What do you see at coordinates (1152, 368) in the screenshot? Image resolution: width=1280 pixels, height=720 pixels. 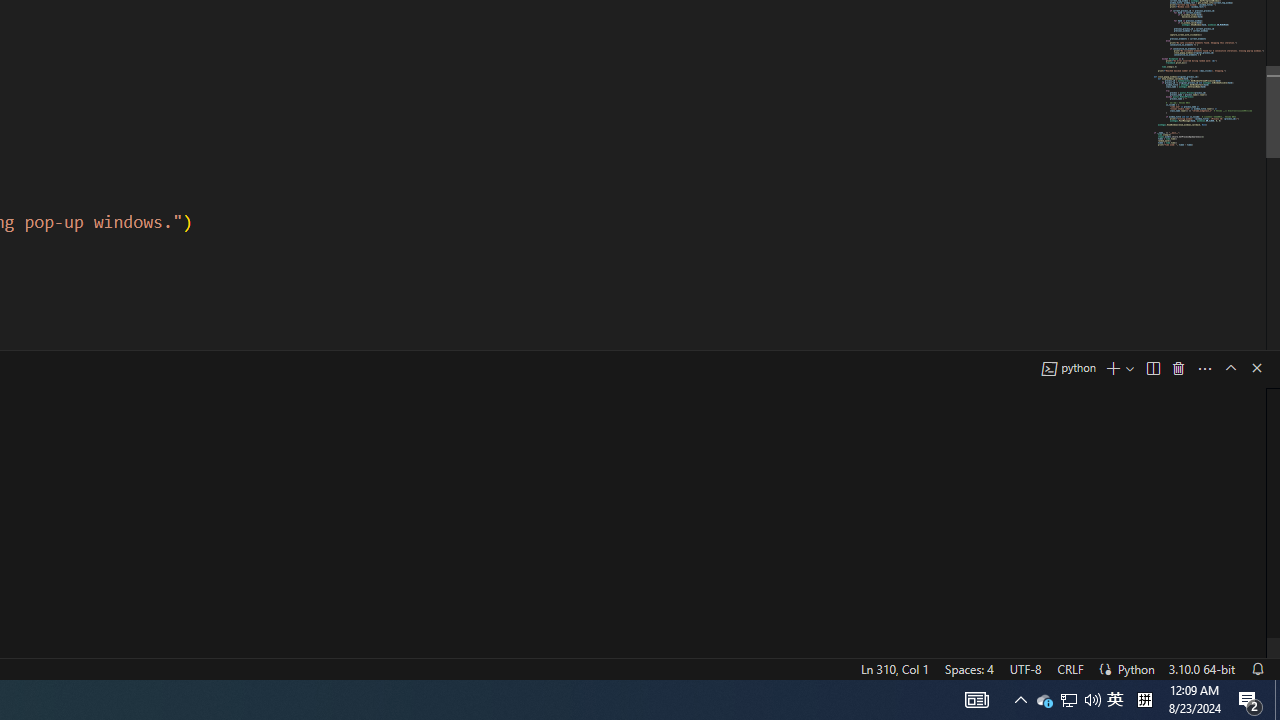 I see `'Split Terminal (Ctrl+Shift+5)'` at bounding box center [1152, 368].